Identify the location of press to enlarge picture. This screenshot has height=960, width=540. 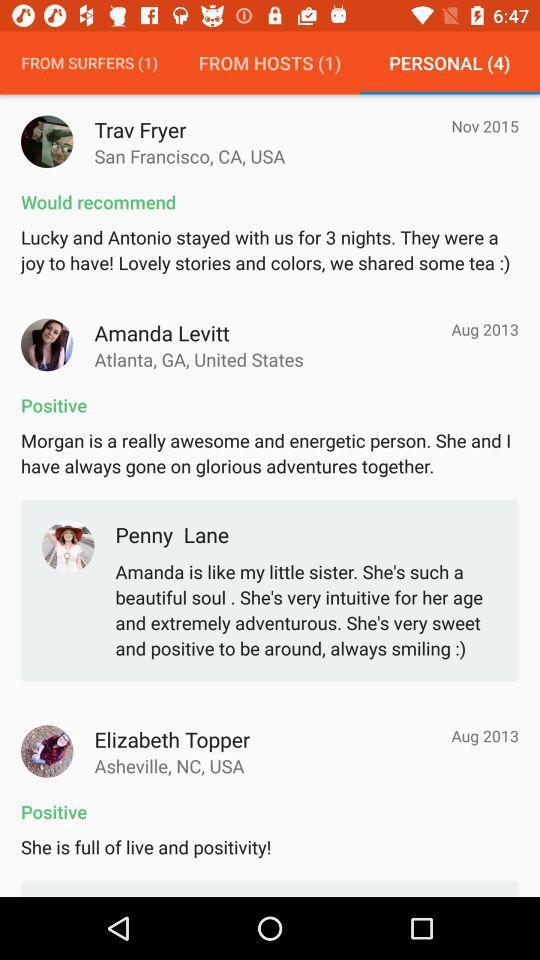
(47, 345).